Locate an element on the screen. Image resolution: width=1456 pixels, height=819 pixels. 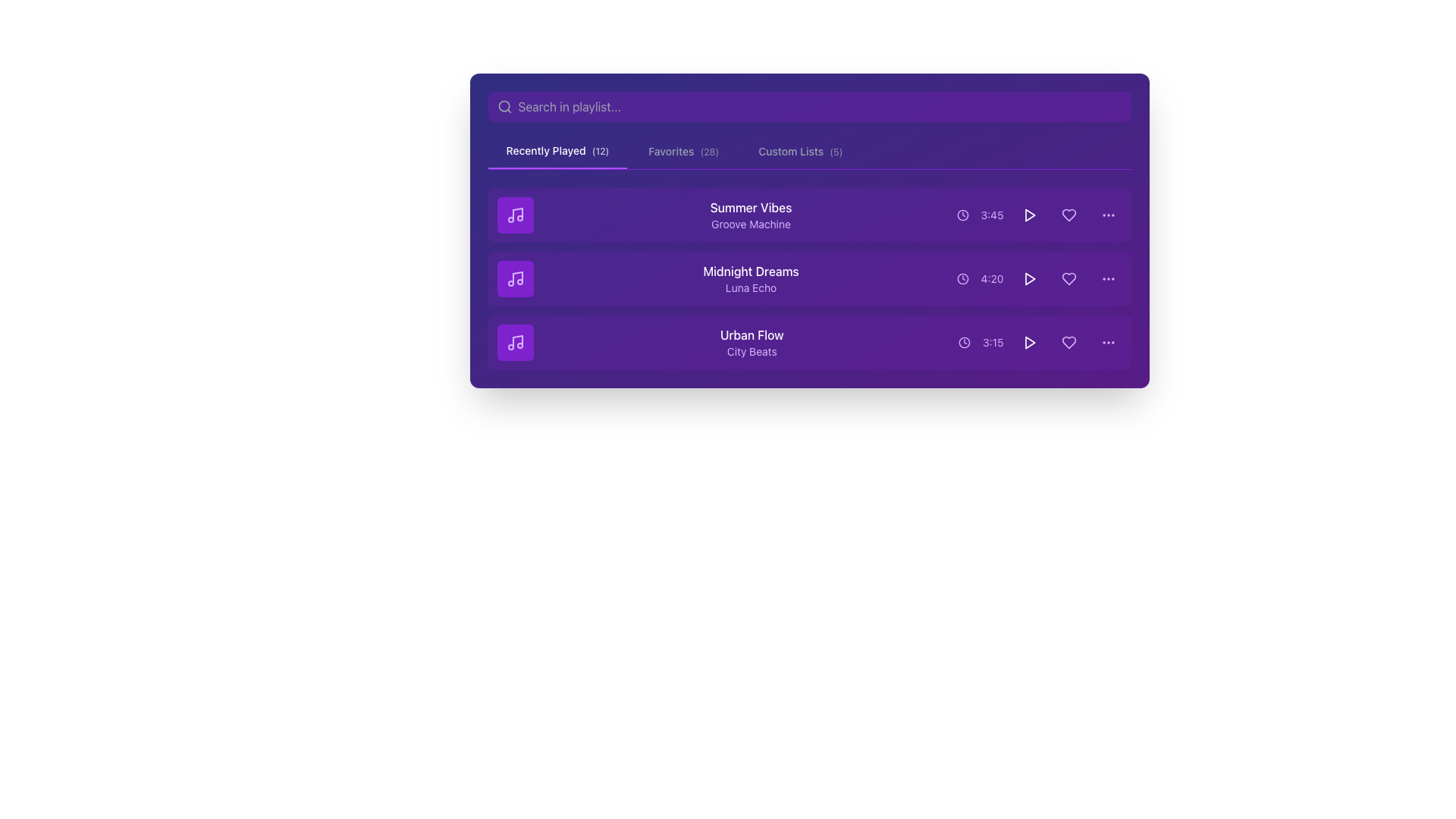
the text label styled in white font with the words 'Midnight Dreams', which is displayed over a purple background and serves as the title text for an item in the list is located at coordinates (751, 271).